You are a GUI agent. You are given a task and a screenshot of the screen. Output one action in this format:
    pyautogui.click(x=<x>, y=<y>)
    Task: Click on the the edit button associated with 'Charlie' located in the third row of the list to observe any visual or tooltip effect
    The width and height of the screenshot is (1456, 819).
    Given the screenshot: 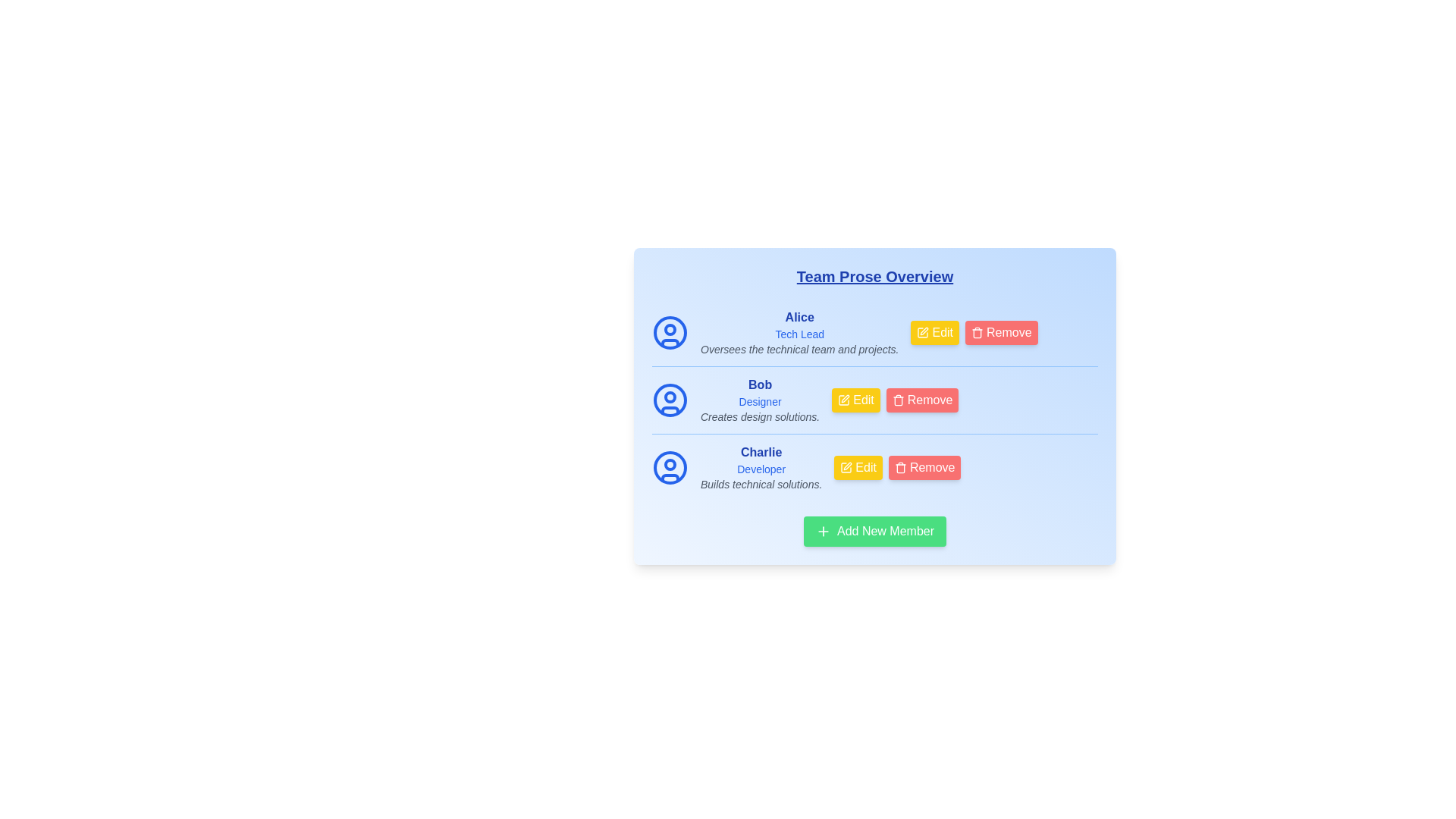 What is the action you would take?
    pyautogui.click(x=874, y=467)
    